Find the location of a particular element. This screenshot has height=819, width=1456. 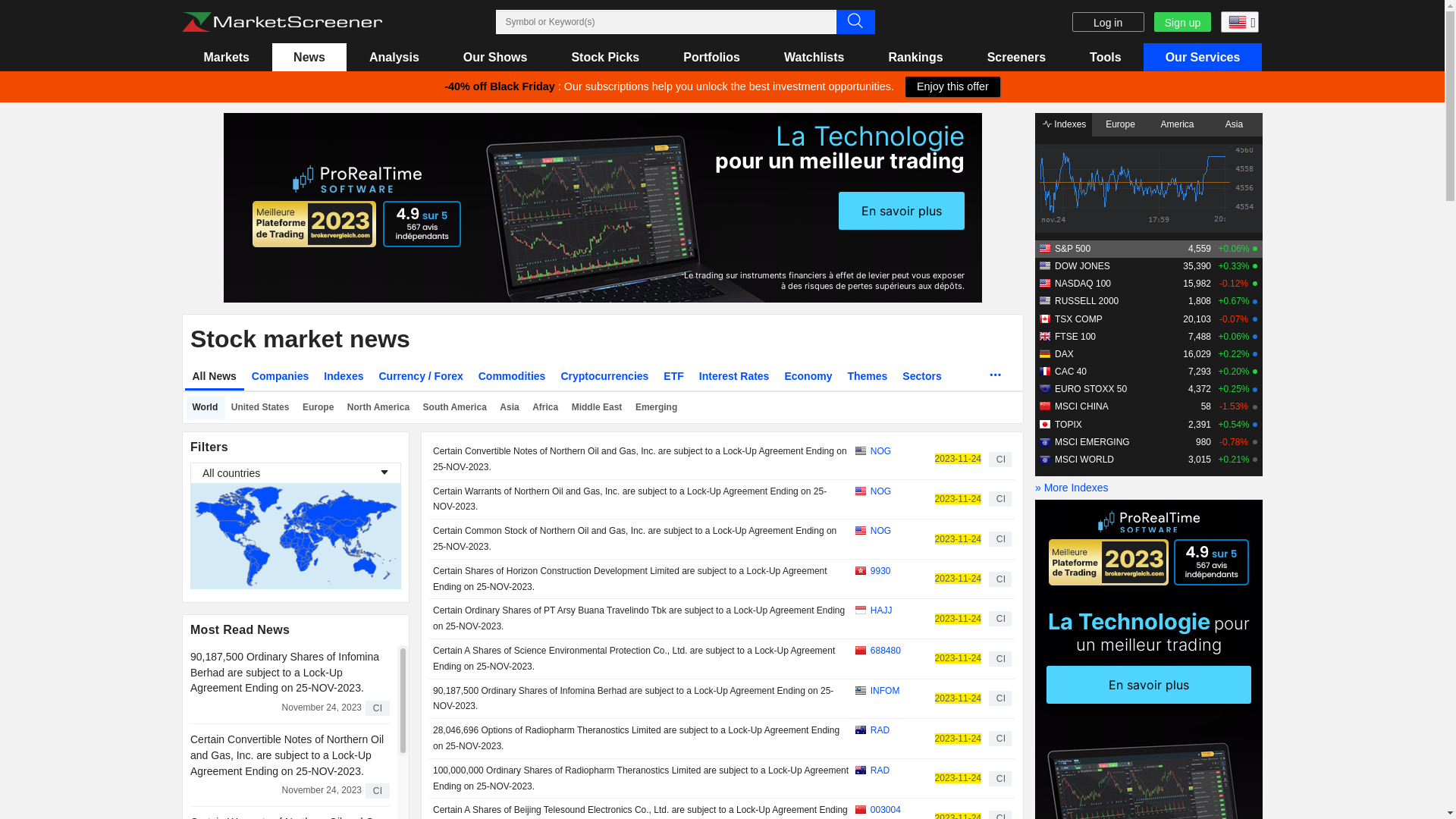

'EURO STOXX 50' is located at coordinates (1090, 388).